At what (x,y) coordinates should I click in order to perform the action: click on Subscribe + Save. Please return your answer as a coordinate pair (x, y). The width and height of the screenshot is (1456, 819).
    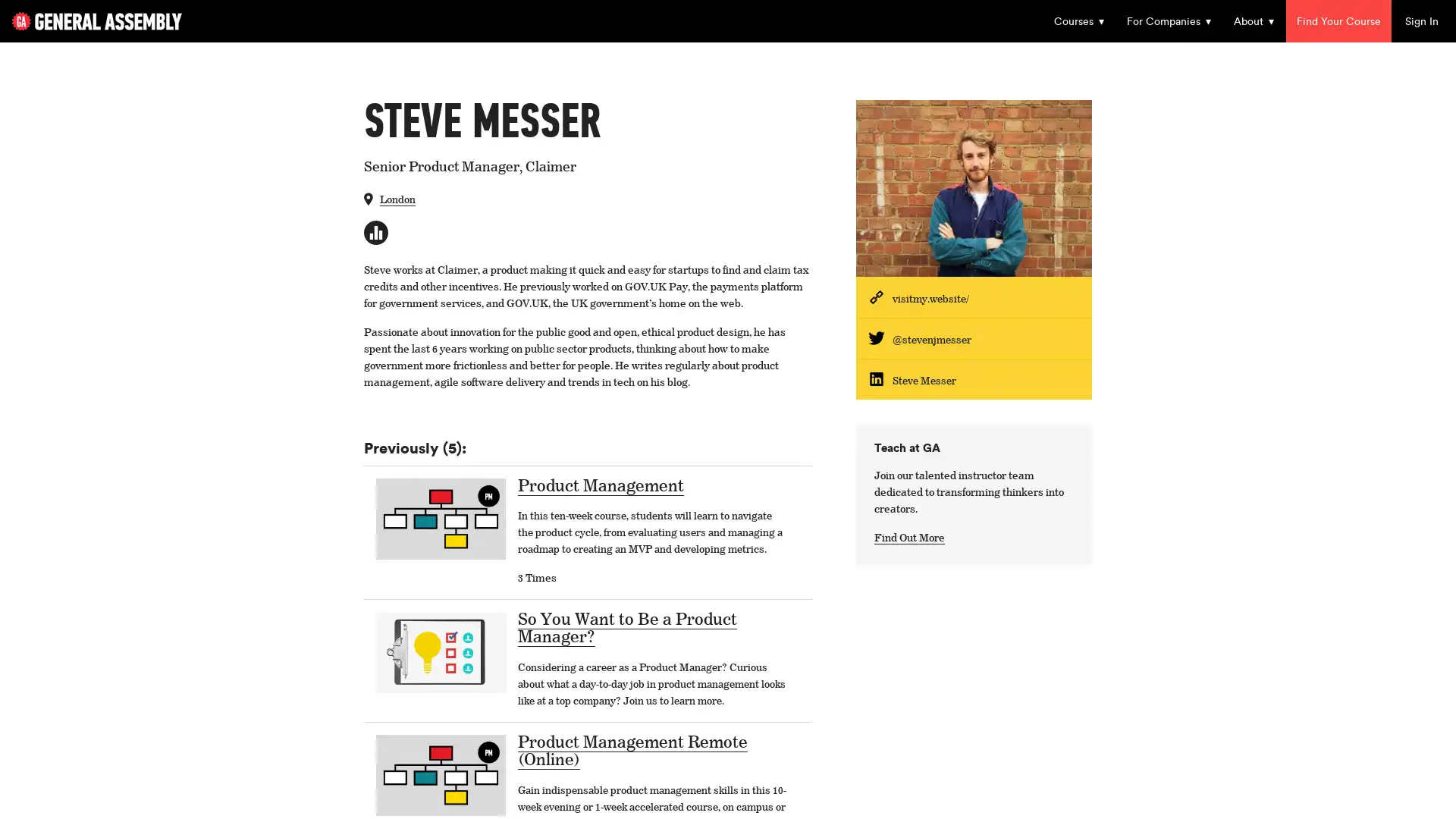
    Looking at the image, I should click on (614, 460).